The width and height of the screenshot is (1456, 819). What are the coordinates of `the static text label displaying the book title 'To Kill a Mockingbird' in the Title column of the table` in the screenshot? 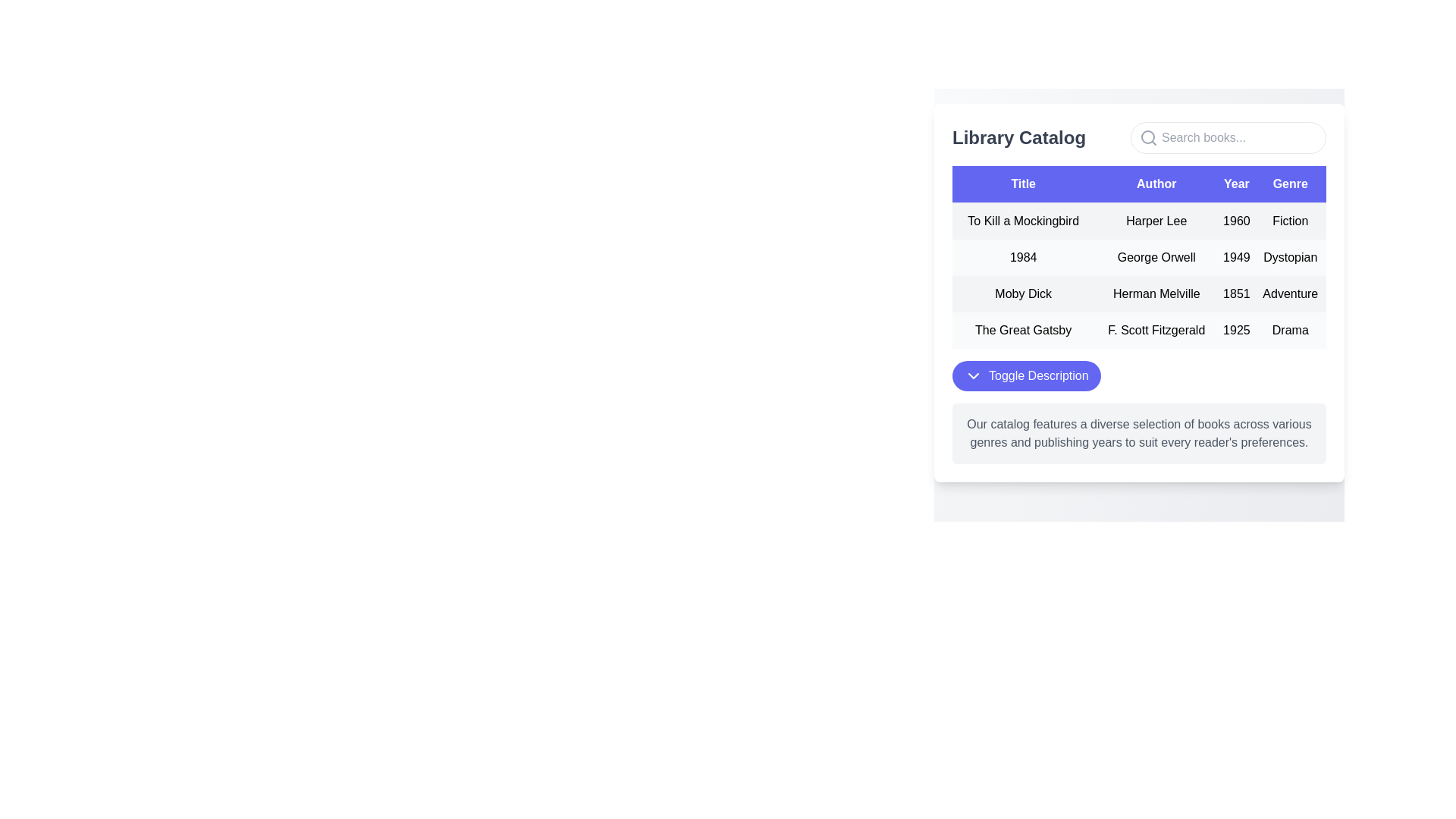 It's located at (1023, 221).